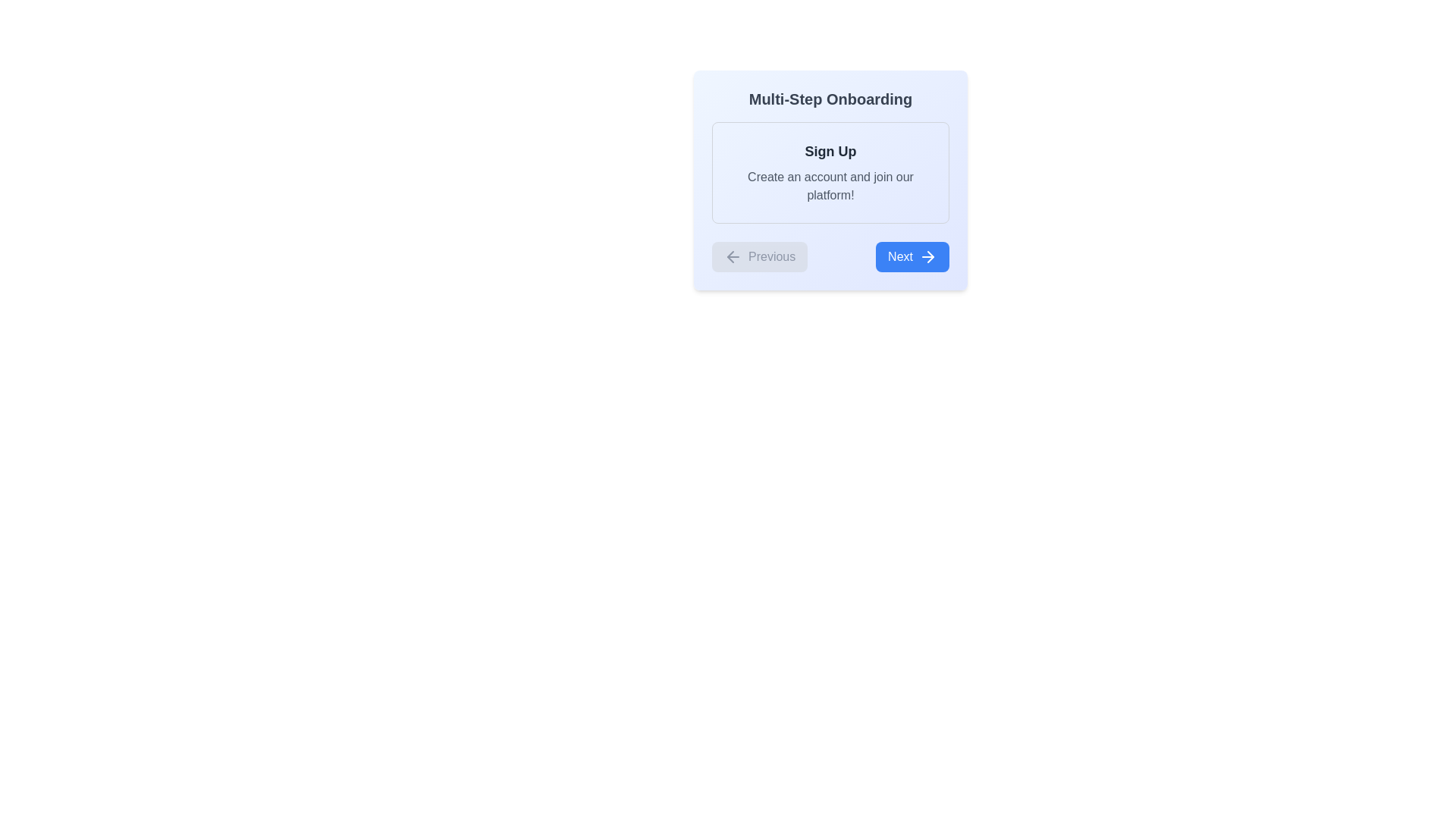  I want to click on the 'Previous' button with a light gray background and left arrow icon to go to the previous step, so click(760, 256).